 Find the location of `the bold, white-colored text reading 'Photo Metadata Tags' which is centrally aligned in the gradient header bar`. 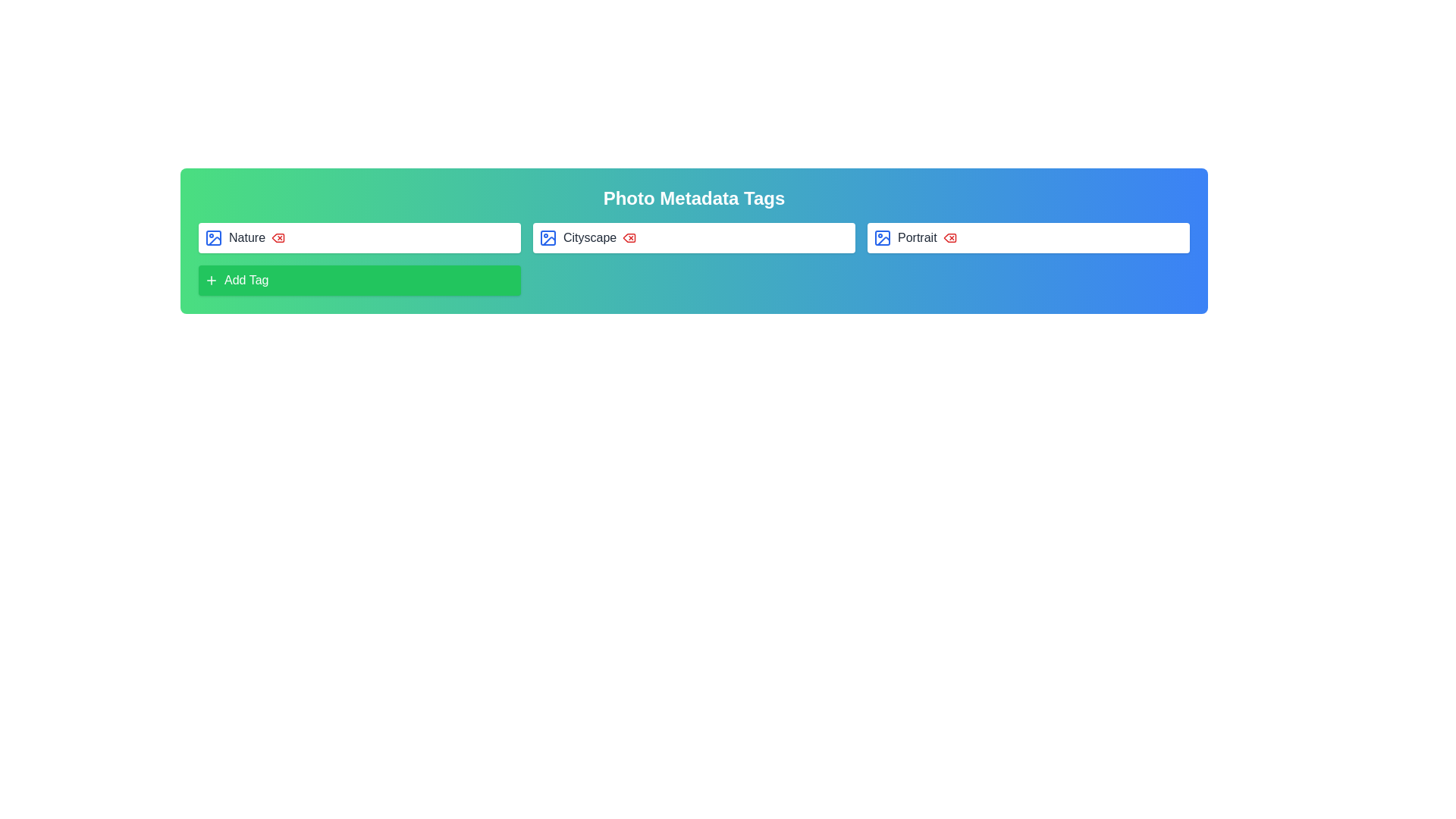

the bold, white-colored text reading 'Photo Metadata Tags' which is centrally aligned in the gradient header bar is located at coordinates (693, 198).